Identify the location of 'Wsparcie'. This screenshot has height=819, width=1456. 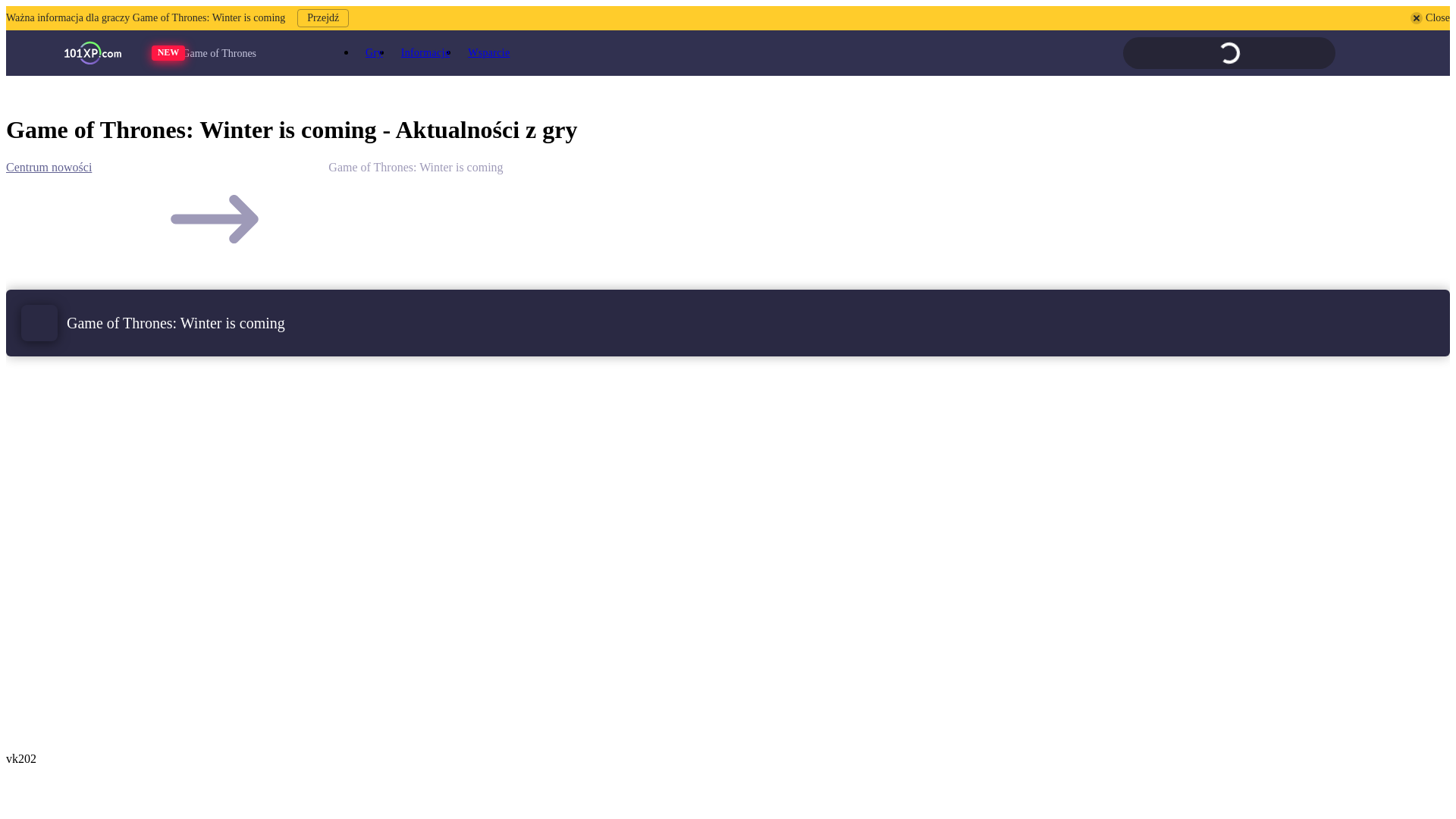
(457, 52).